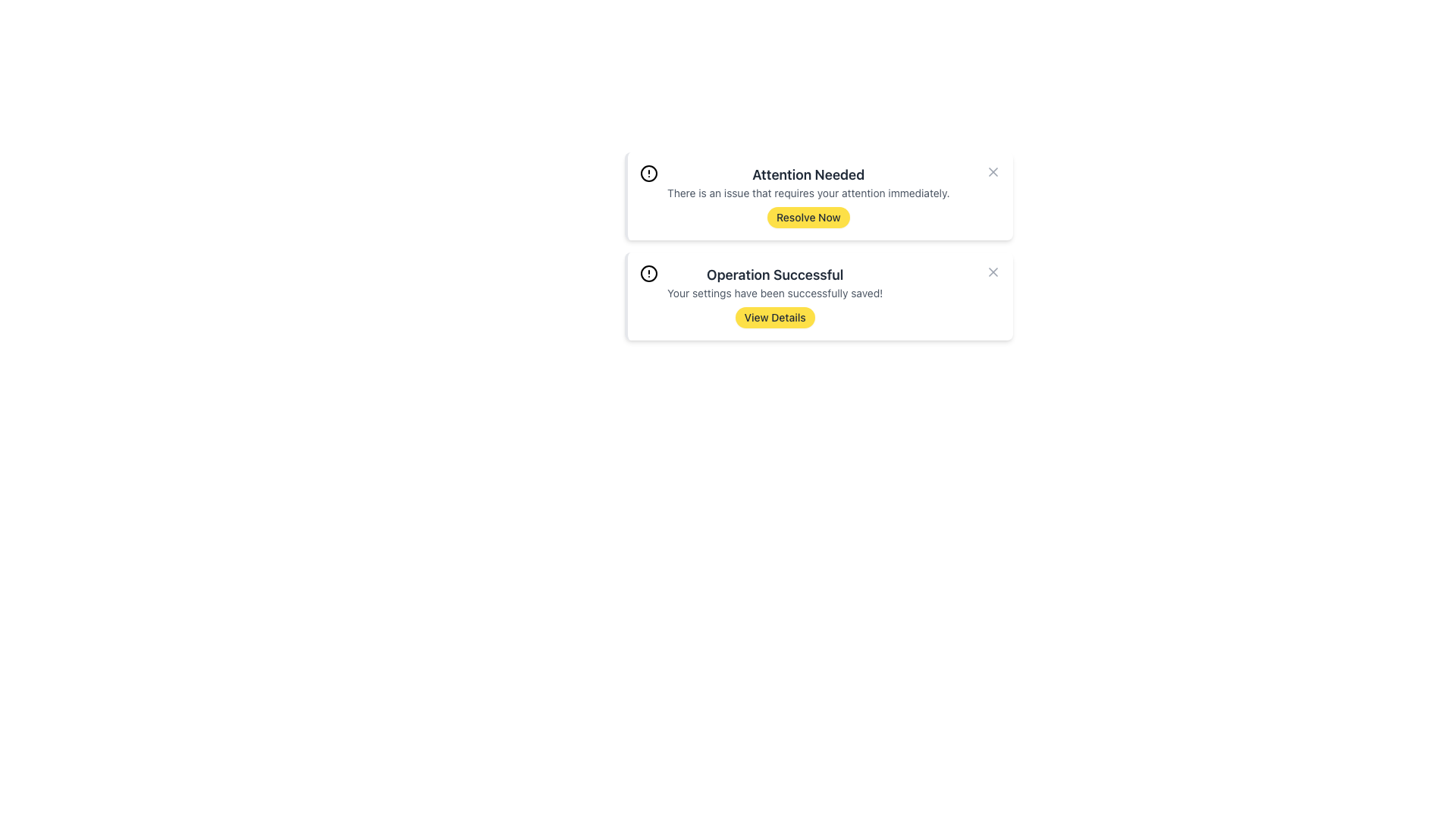  I want to click on the close button located at the top-right corner of the 'Attention Needed' message box, so click(993, 171).